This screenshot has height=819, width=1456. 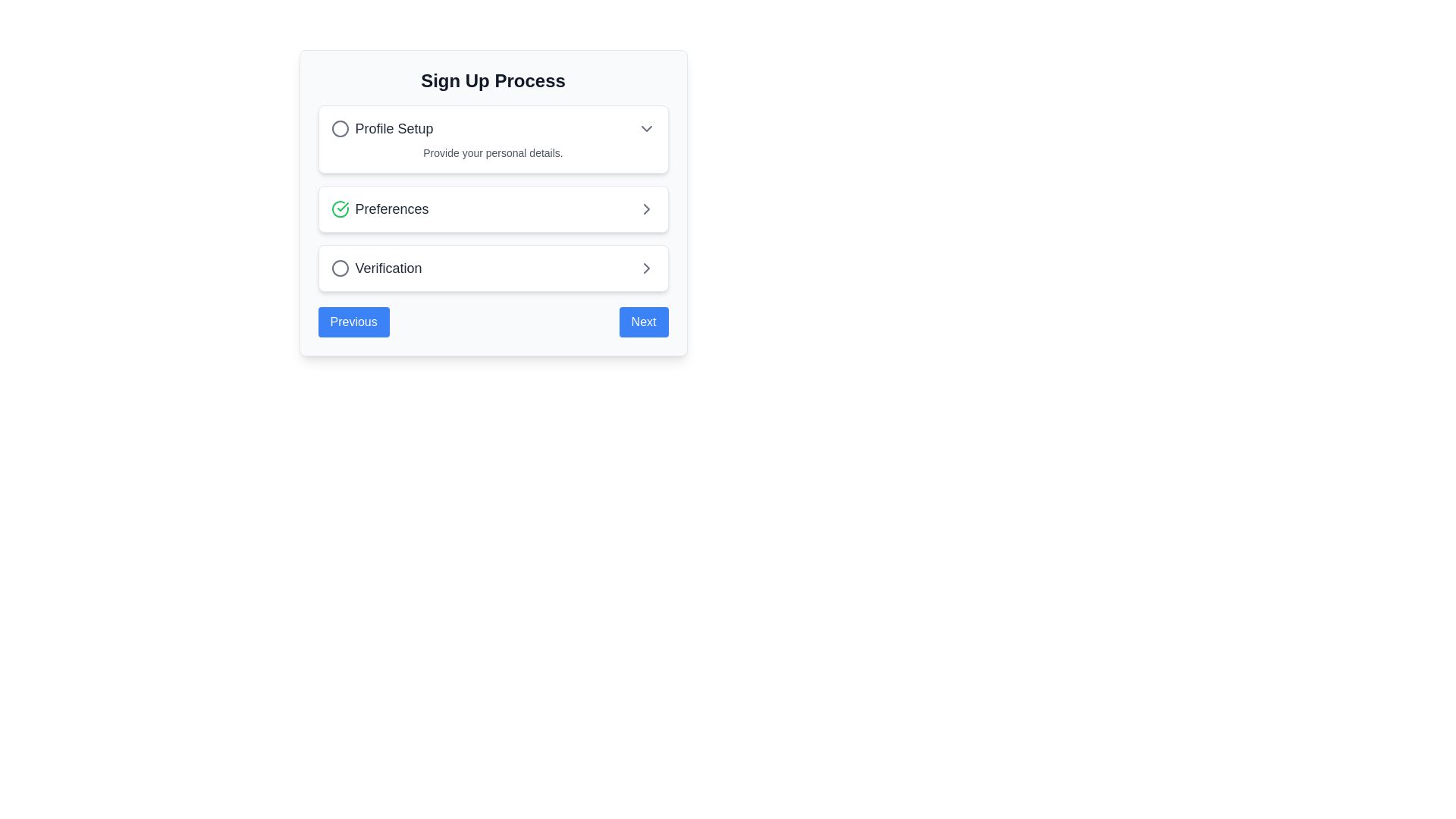 What do you see at coordinates (646, 209) in the screenshot?
I see `the SVG chevron icon indicating navigation in the 'Sign Up Process' panel, located to the far right of the 'Verification' text` at bounding box center [646, 209].